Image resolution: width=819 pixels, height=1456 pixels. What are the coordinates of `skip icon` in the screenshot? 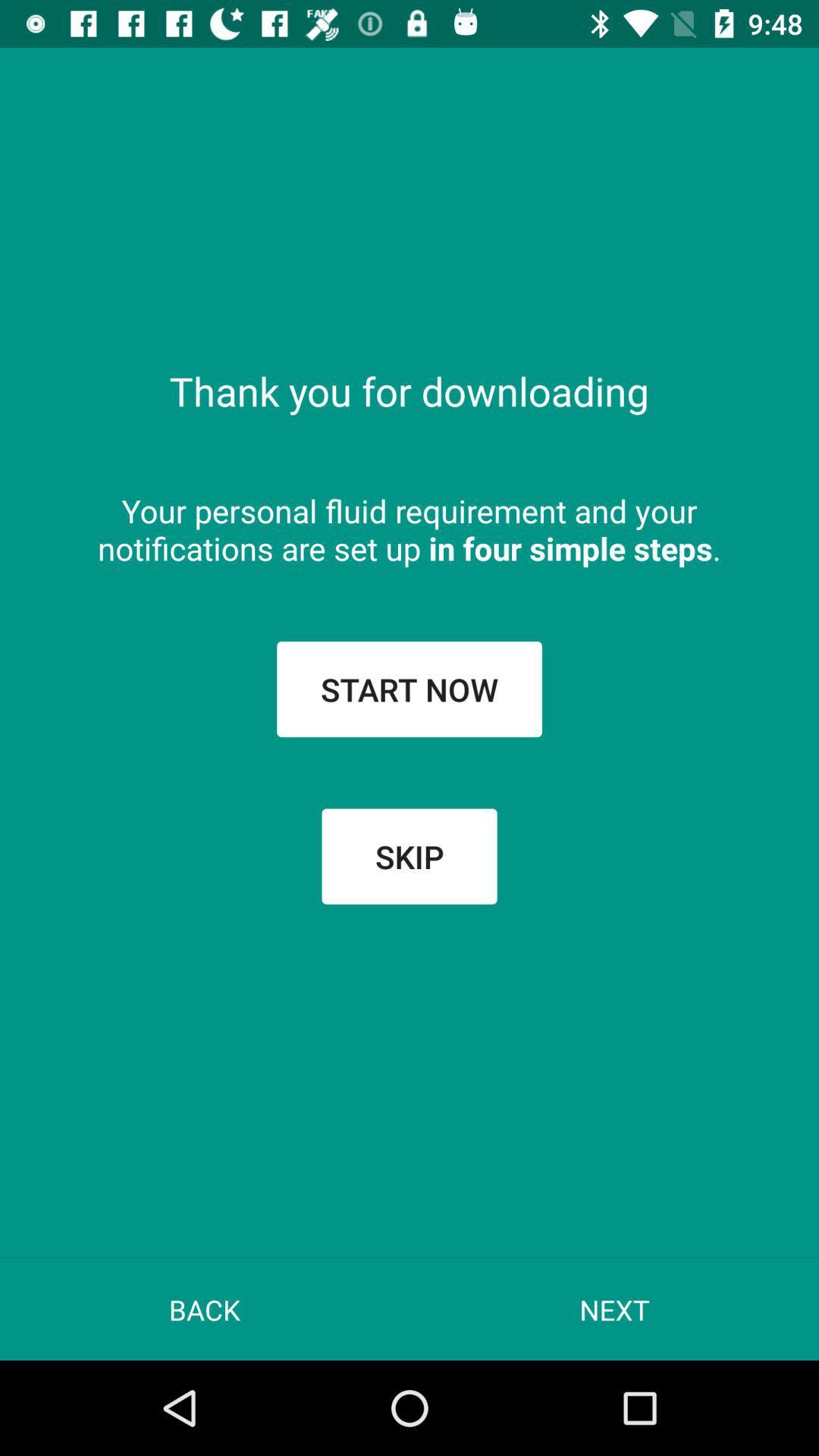 It's located at (409, 856).